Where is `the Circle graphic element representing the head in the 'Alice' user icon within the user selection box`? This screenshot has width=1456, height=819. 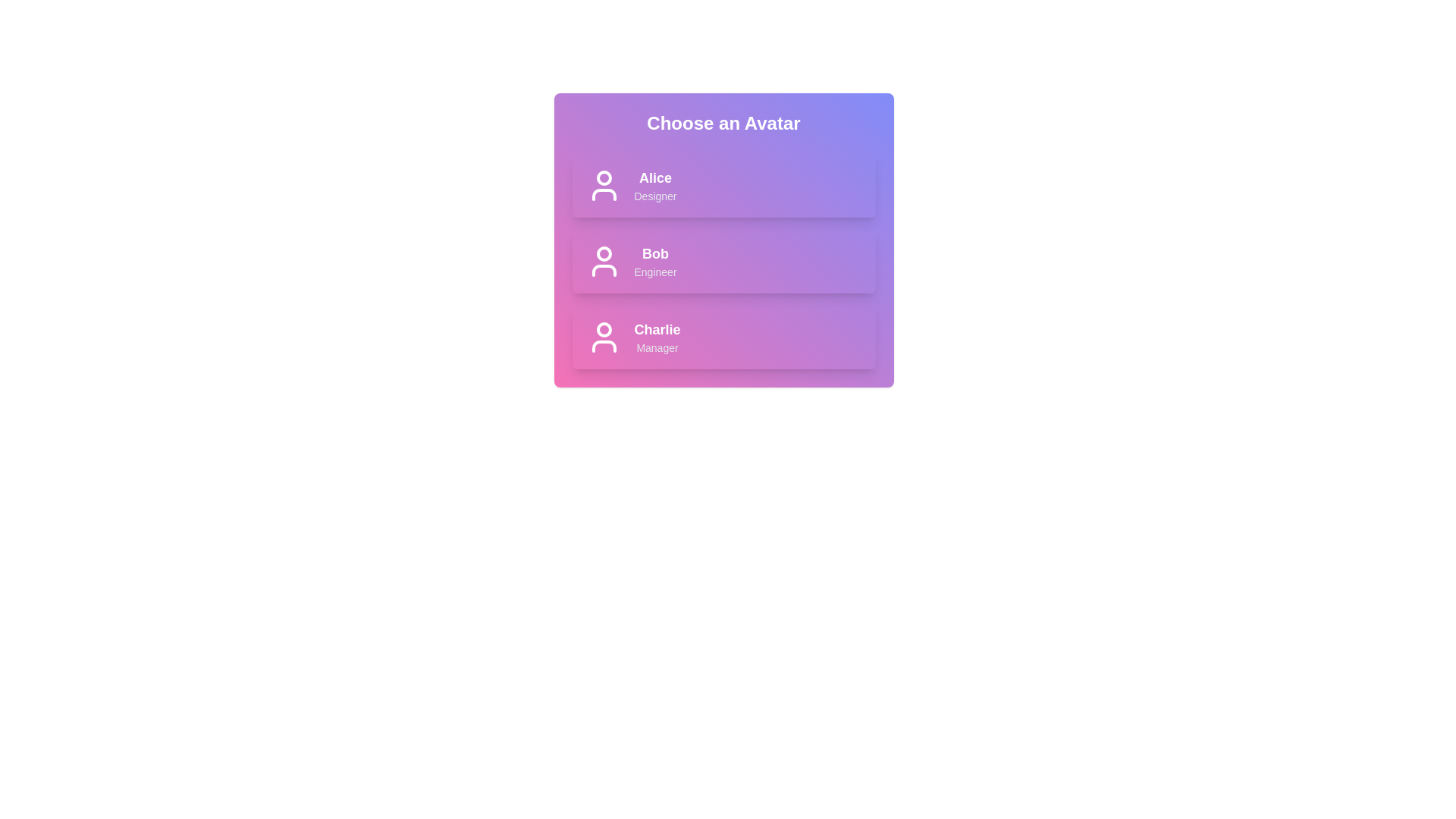 the Circle graphic element representing the head in the 'Alice' user icon within the user selection box is located at coordinates (603, 177).